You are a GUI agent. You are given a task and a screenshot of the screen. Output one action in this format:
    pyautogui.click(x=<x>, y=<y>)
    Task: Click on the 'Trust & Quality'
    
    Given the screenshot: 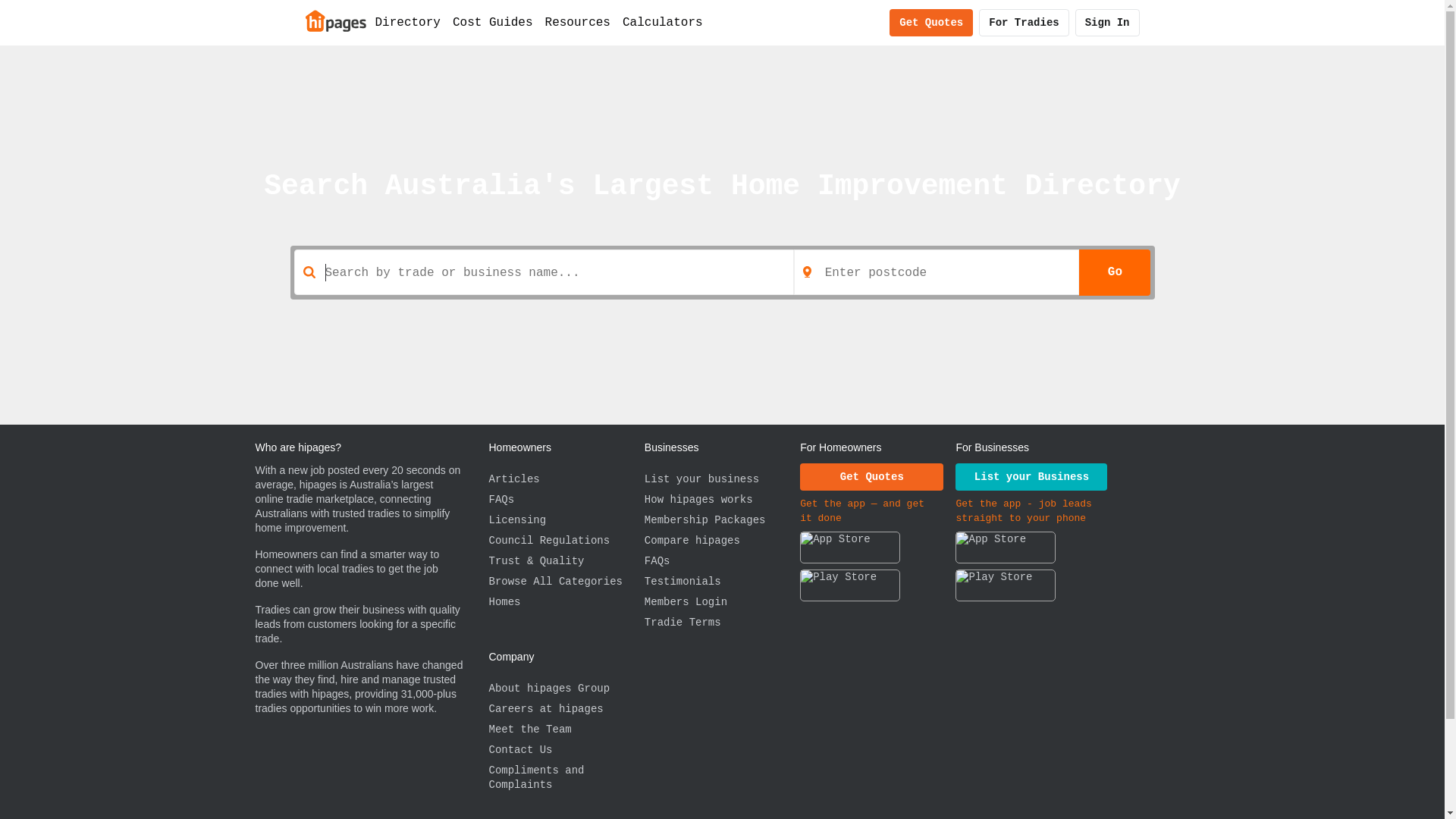 What is the action you would take?
    pyautogui.click(x=488, y=561)
    